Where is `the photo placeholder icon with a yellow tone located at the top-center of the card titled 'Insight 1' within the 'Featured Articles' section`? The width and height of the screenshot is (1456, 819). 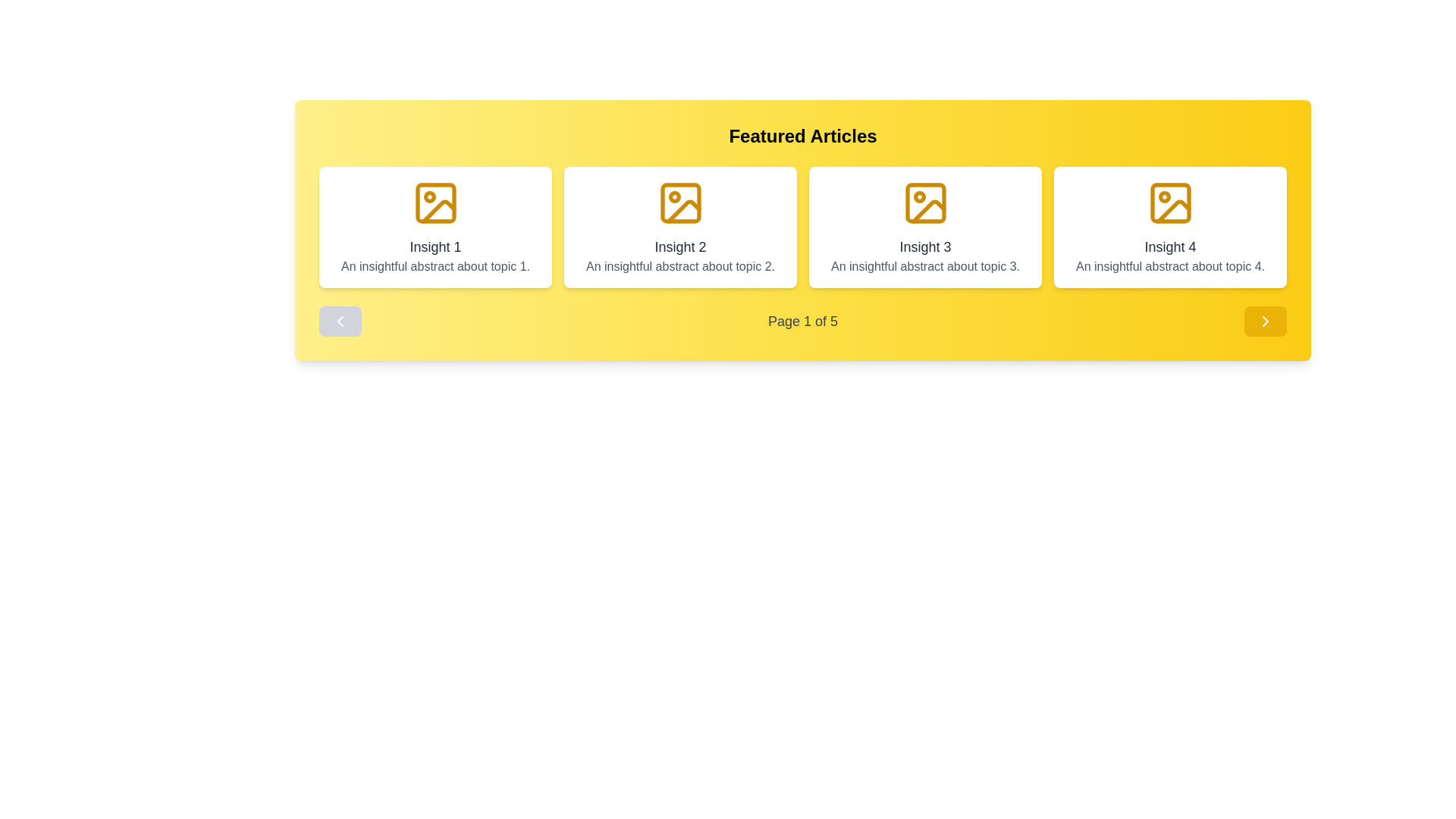 the photo placeholder icon with a yellow tone located at the top-center of the card titled 'Insight 1' within the 'Featured Articles' section is located at coordinates (435, 202).